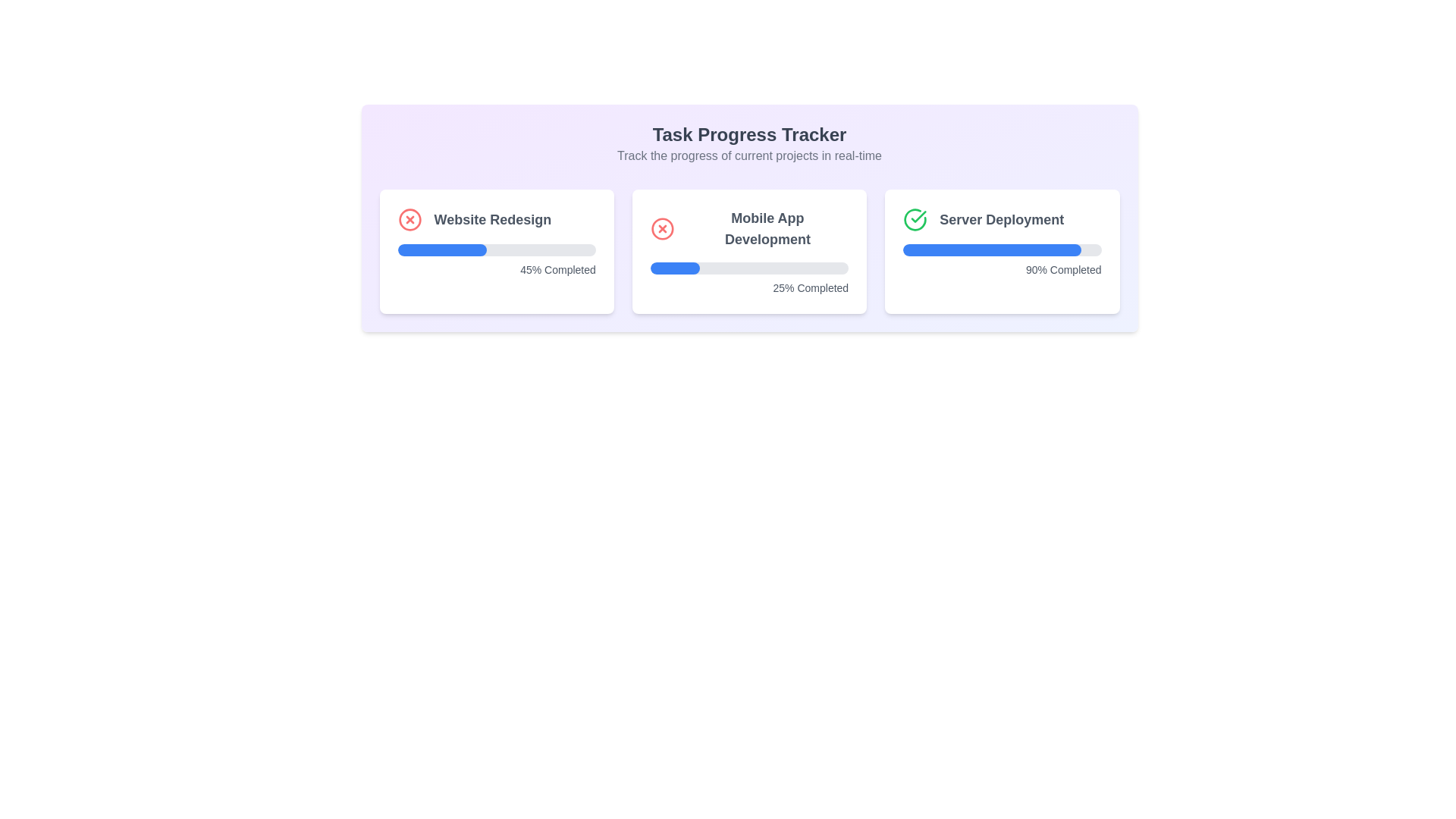 This screenshot has width=1456, height=819. I want to click on the horizontal progress bar located within the 'Server Deployment' card, which has a gray background and a filled blue section representing 90% completion, so click(1002, 249).